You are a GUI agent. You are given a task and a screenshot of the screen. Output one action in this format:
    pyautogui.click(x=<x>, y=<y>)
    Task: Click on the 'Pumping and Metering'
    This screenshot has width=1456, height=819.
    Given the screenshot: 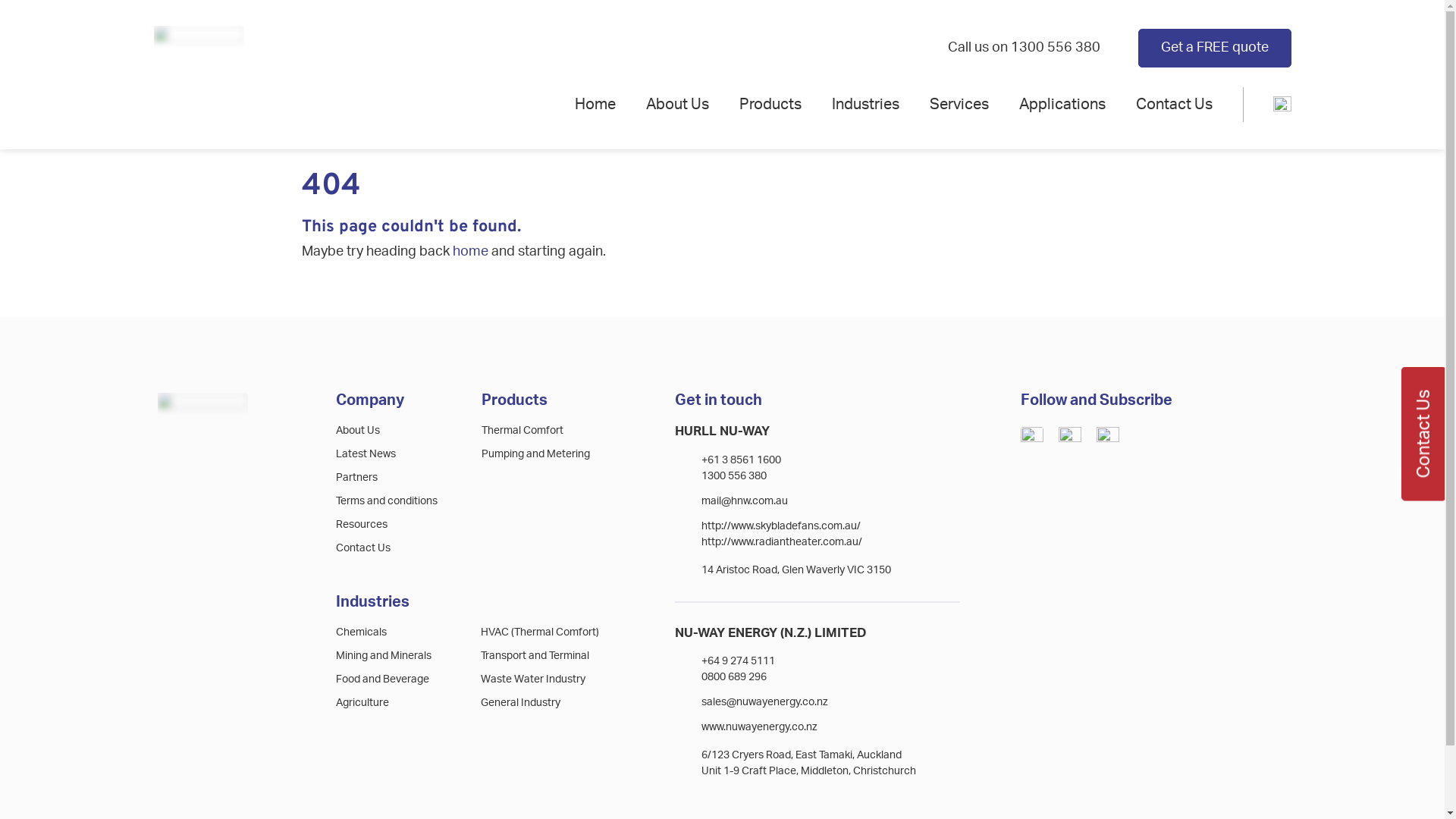 What is the action you would take?
    pyautogui.click(x=535, y=453)
    